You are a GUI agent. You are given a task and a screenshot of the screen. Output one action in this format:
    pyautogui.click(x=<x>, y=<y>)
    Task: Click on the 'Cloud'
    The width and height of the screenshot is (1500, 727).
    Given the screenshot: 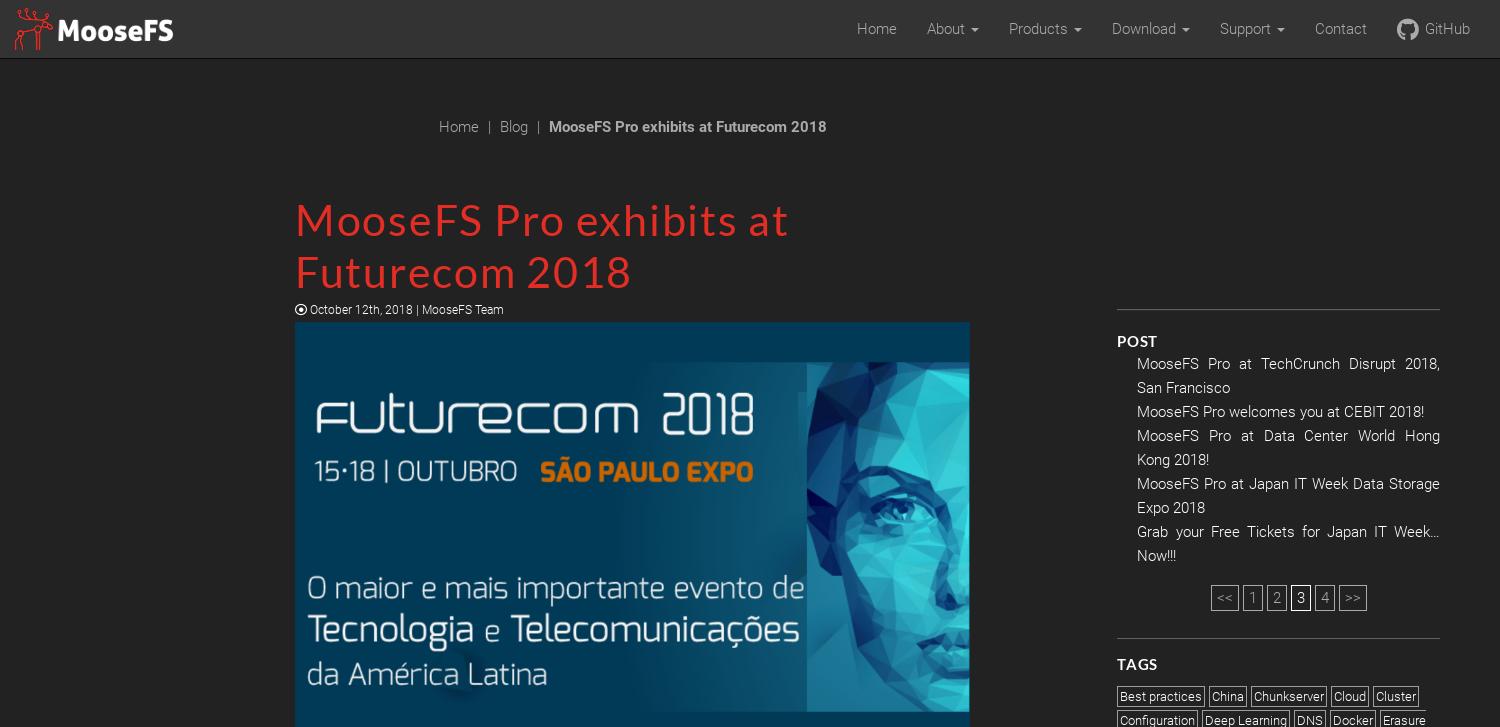 What is the action you would take?
    pyautogui.click(x=1332, y=695)
    